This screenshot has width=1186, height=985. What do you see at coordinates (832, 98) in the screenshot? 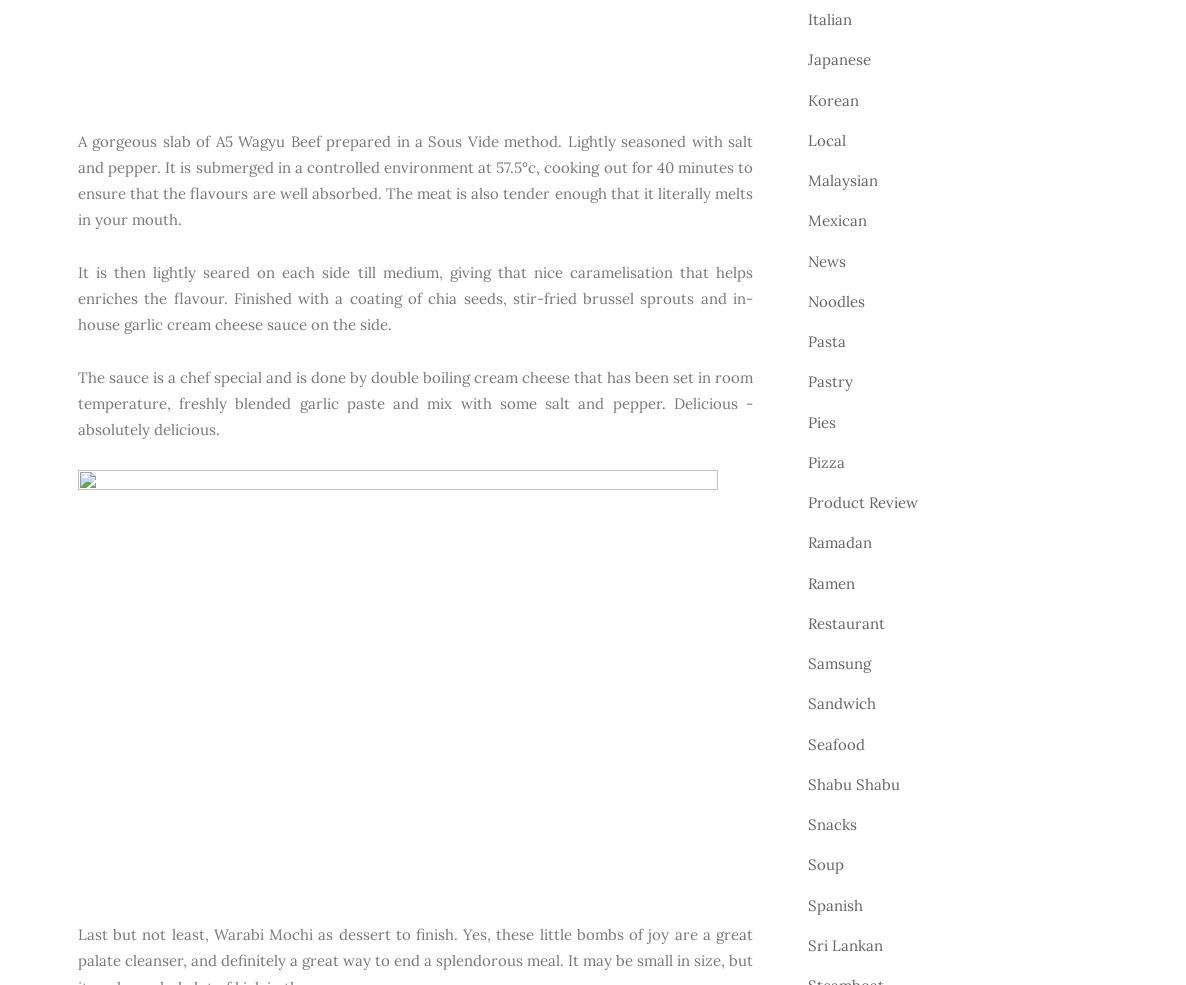
I see `'Korean'` at bounding box center [832, 98].